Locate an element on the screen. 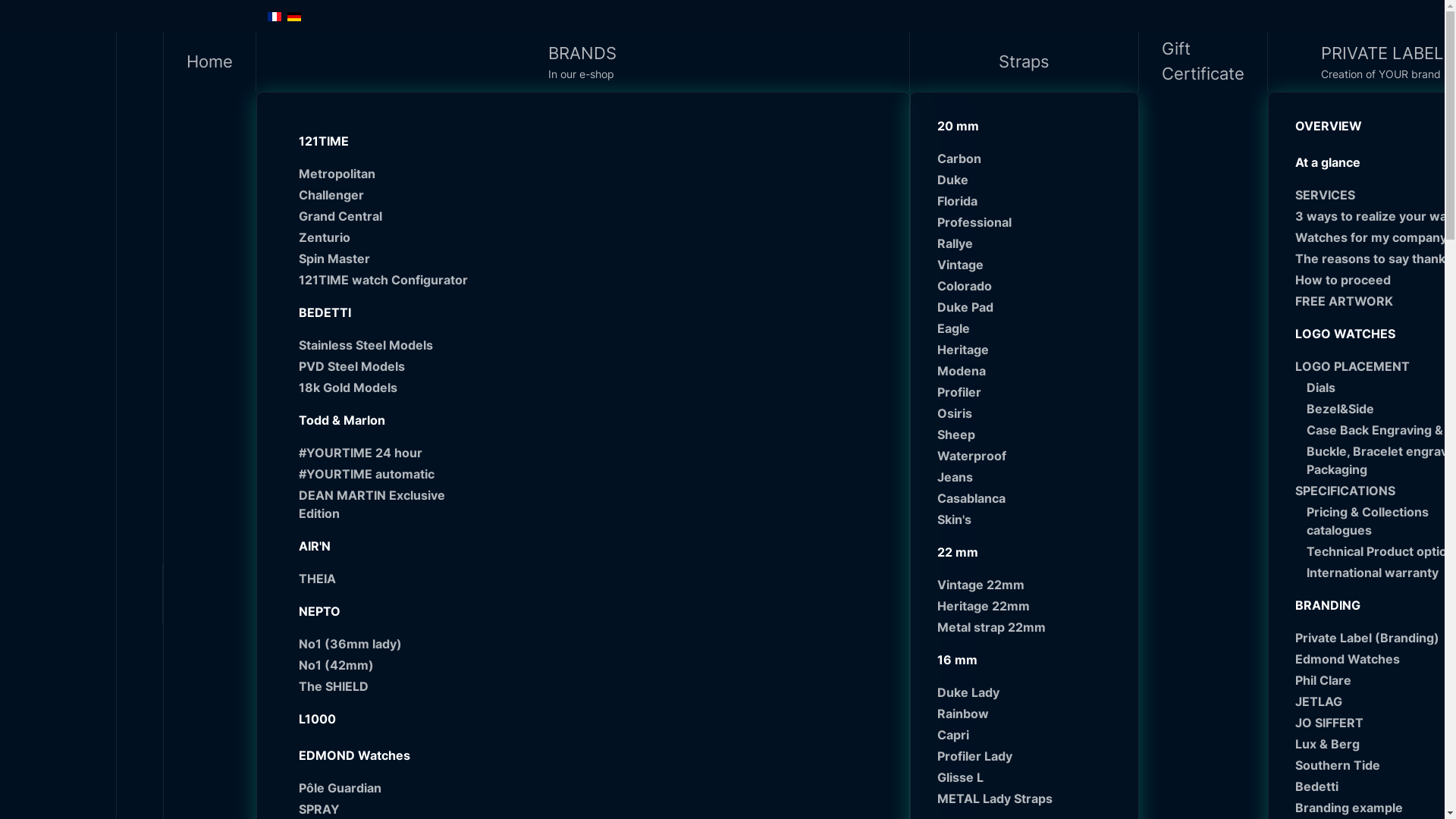 The image size is (1456, 819). 'EDMOND Watches' is located at coordinates (287, 755).